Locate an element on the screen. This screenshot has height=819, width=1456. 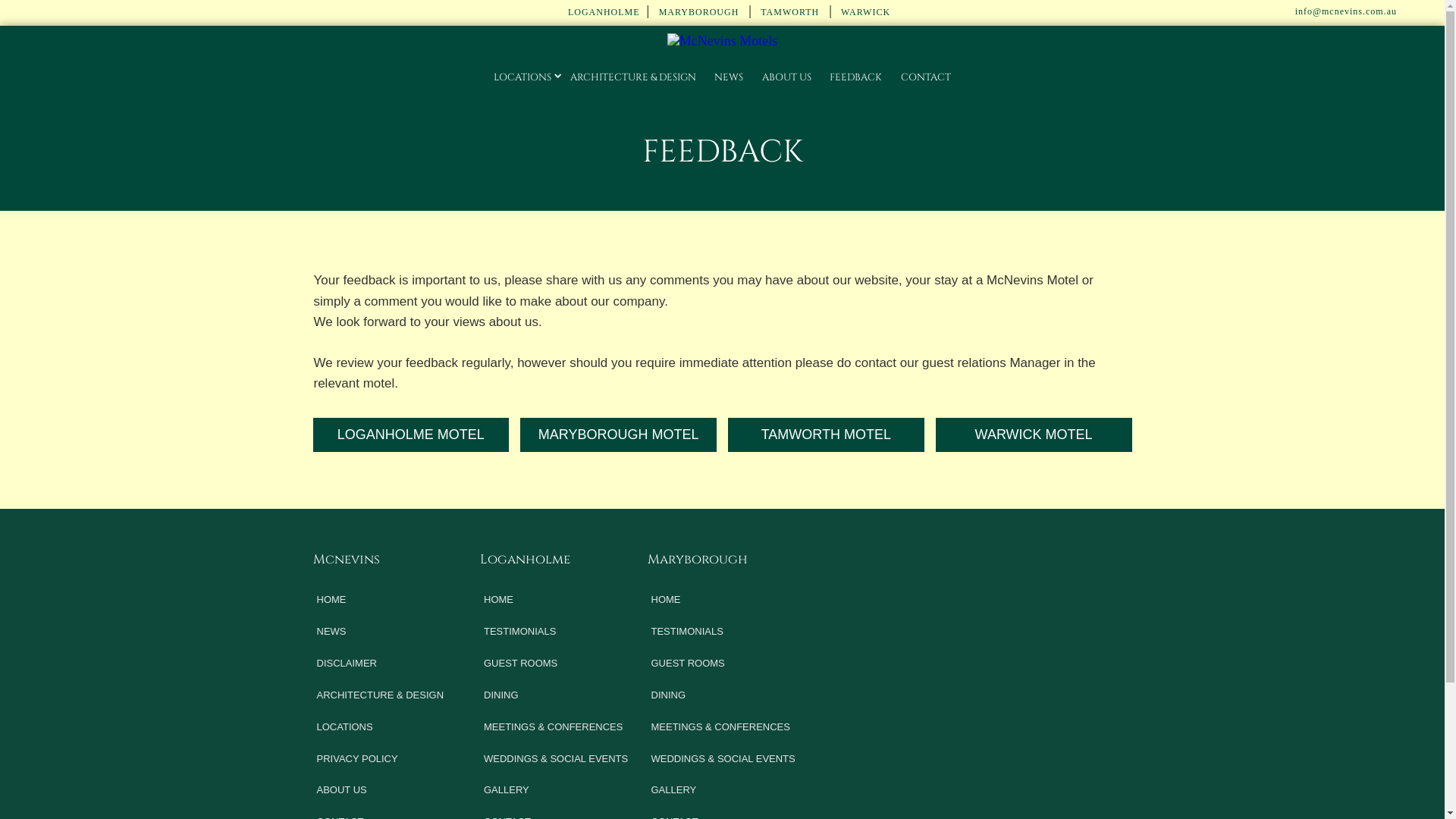
'  LOGANHOLME' is located at coordinates (600, 11).